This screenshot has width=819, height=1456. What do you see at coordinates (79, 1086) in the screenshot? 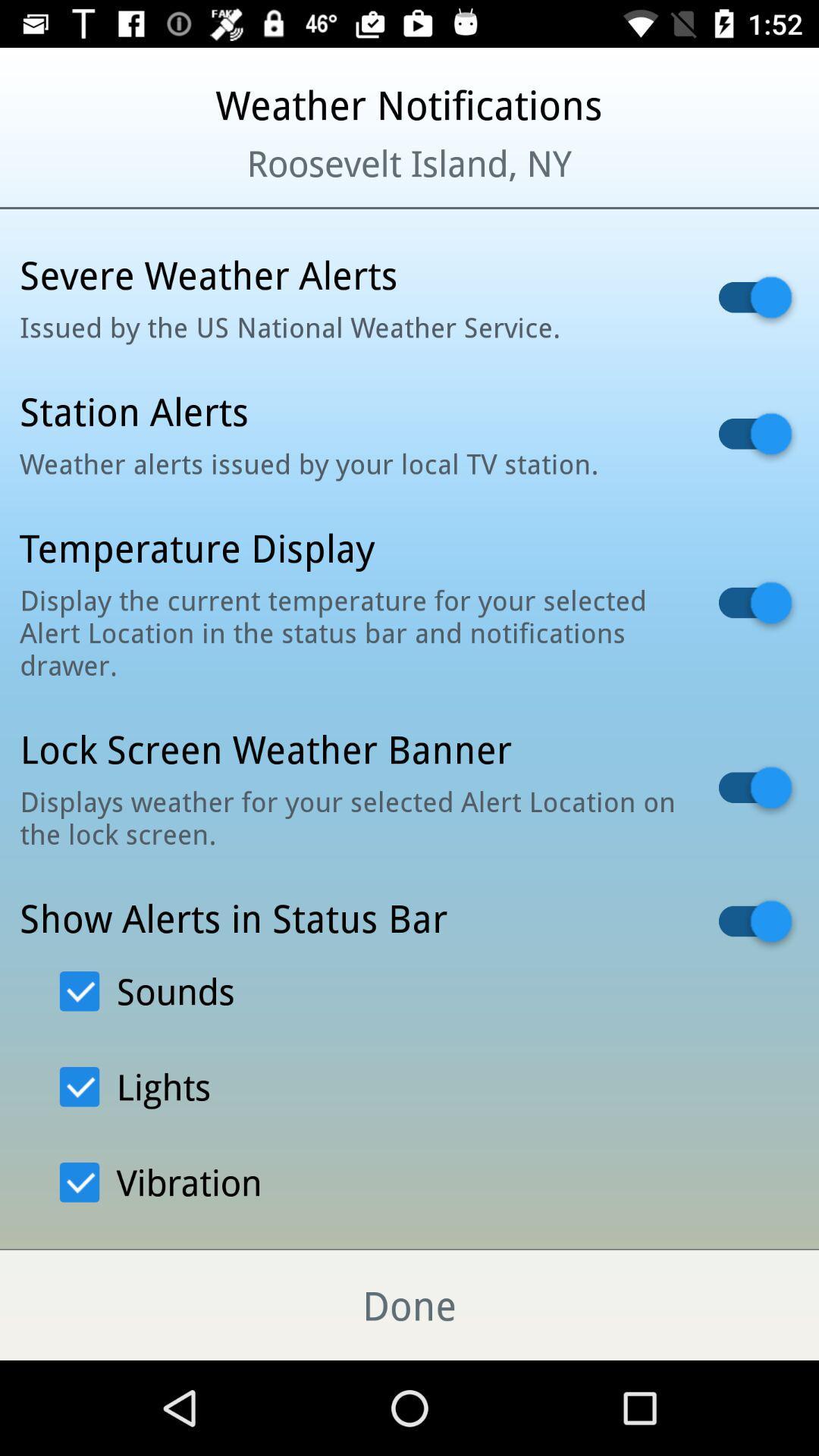
I see `the text box which says light` at bounding box center [79, 1086].